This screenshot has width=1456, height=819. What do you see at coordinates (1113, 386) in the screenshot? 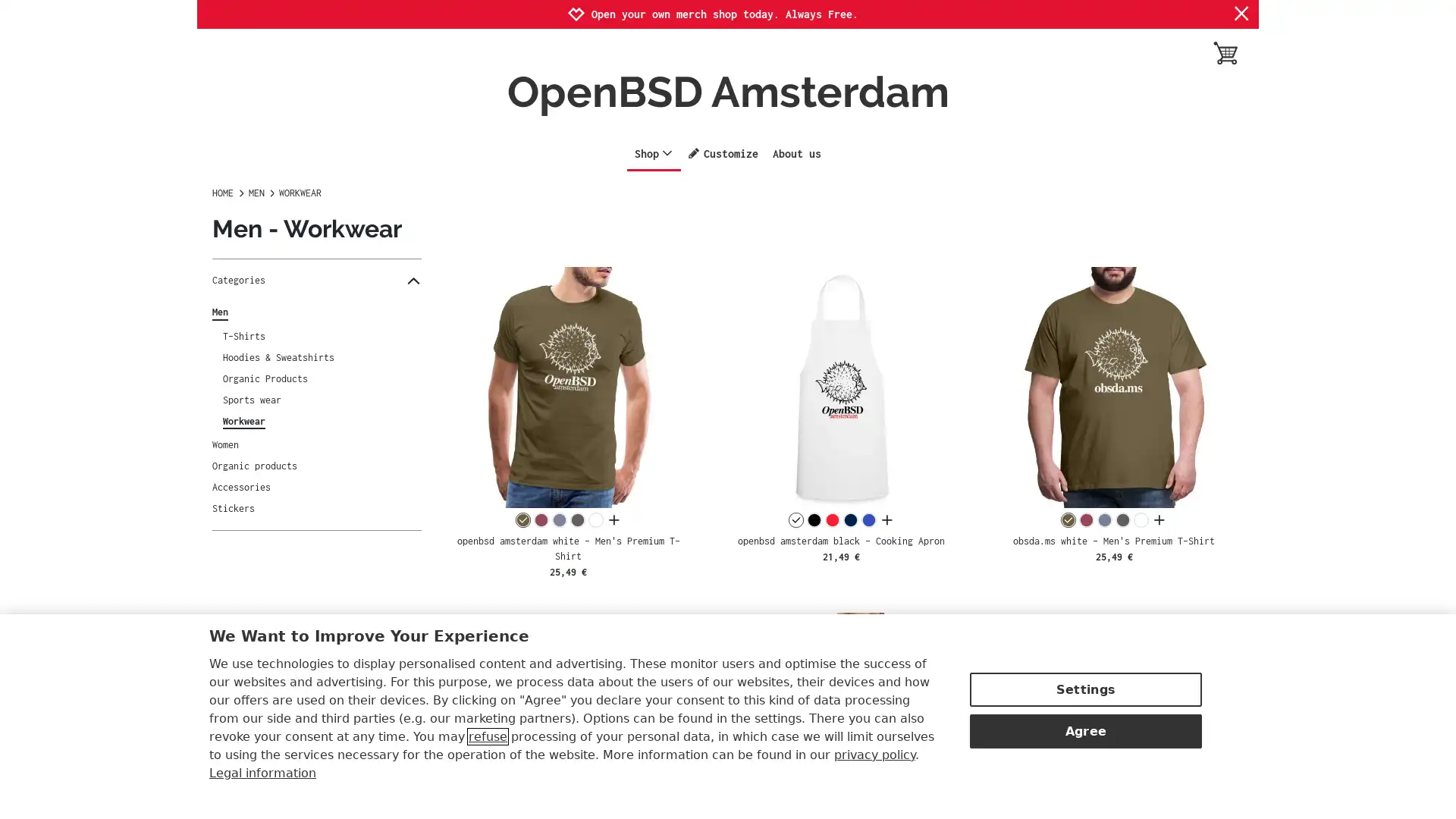
I see `obsda.ms white - Men's Premium T-Shirt` at bounding box center [1113, 386].